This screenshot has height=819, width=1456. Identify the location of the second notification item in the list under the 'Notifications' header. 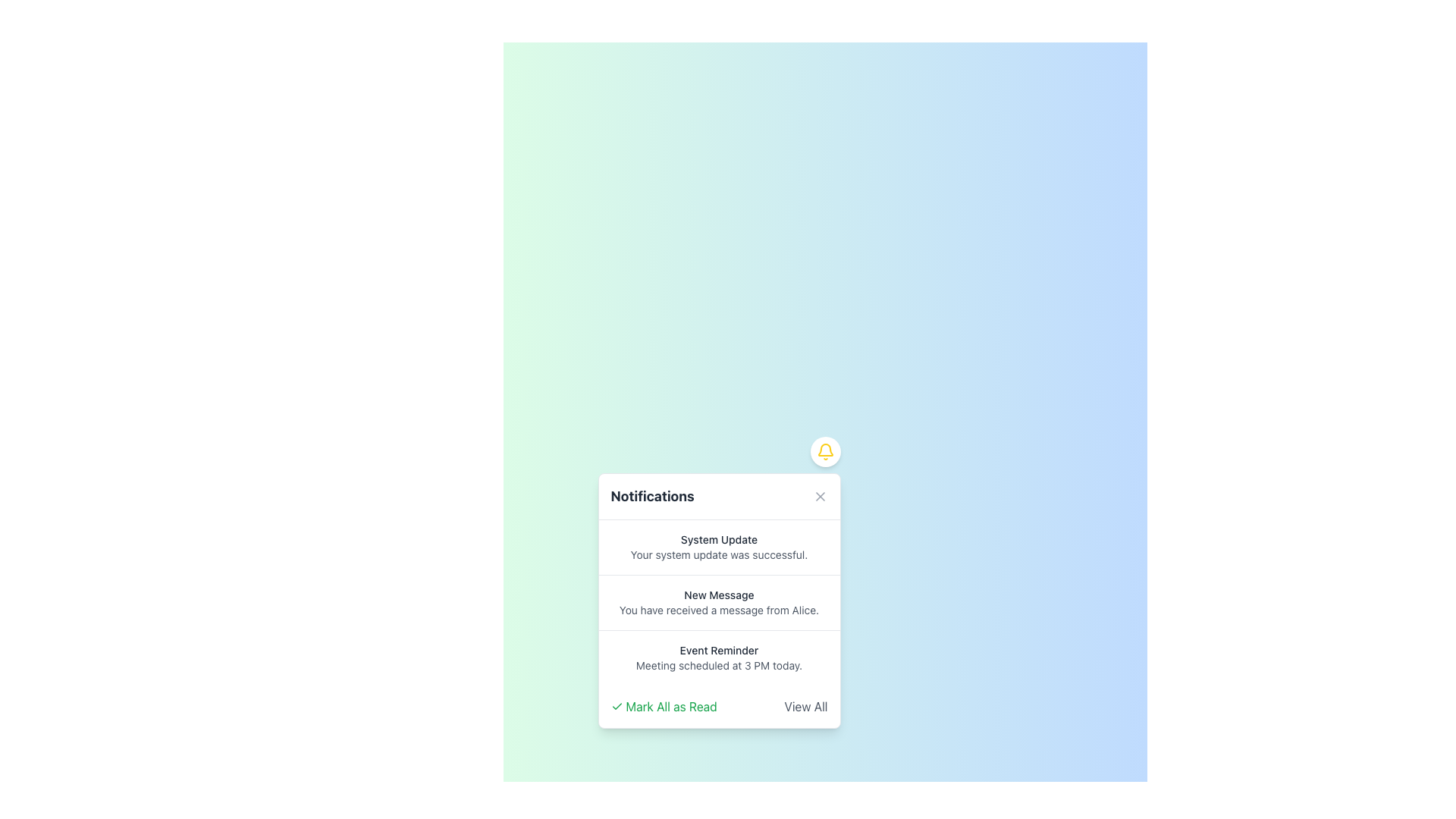
(718, 601).